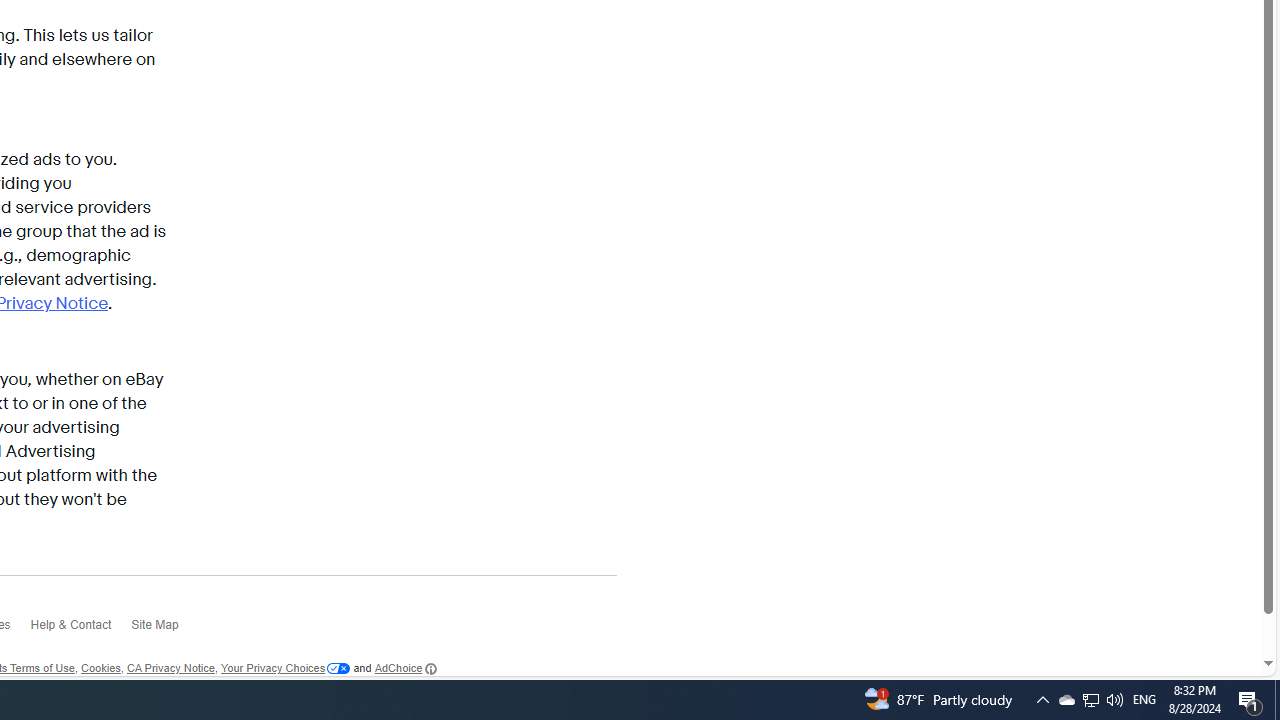 The width and height of the screenshot is (1280, 720). What do you see at coordinates (164, 630) in the screenshot?
I see `'Site Map'` at bounding box center [164, 630].